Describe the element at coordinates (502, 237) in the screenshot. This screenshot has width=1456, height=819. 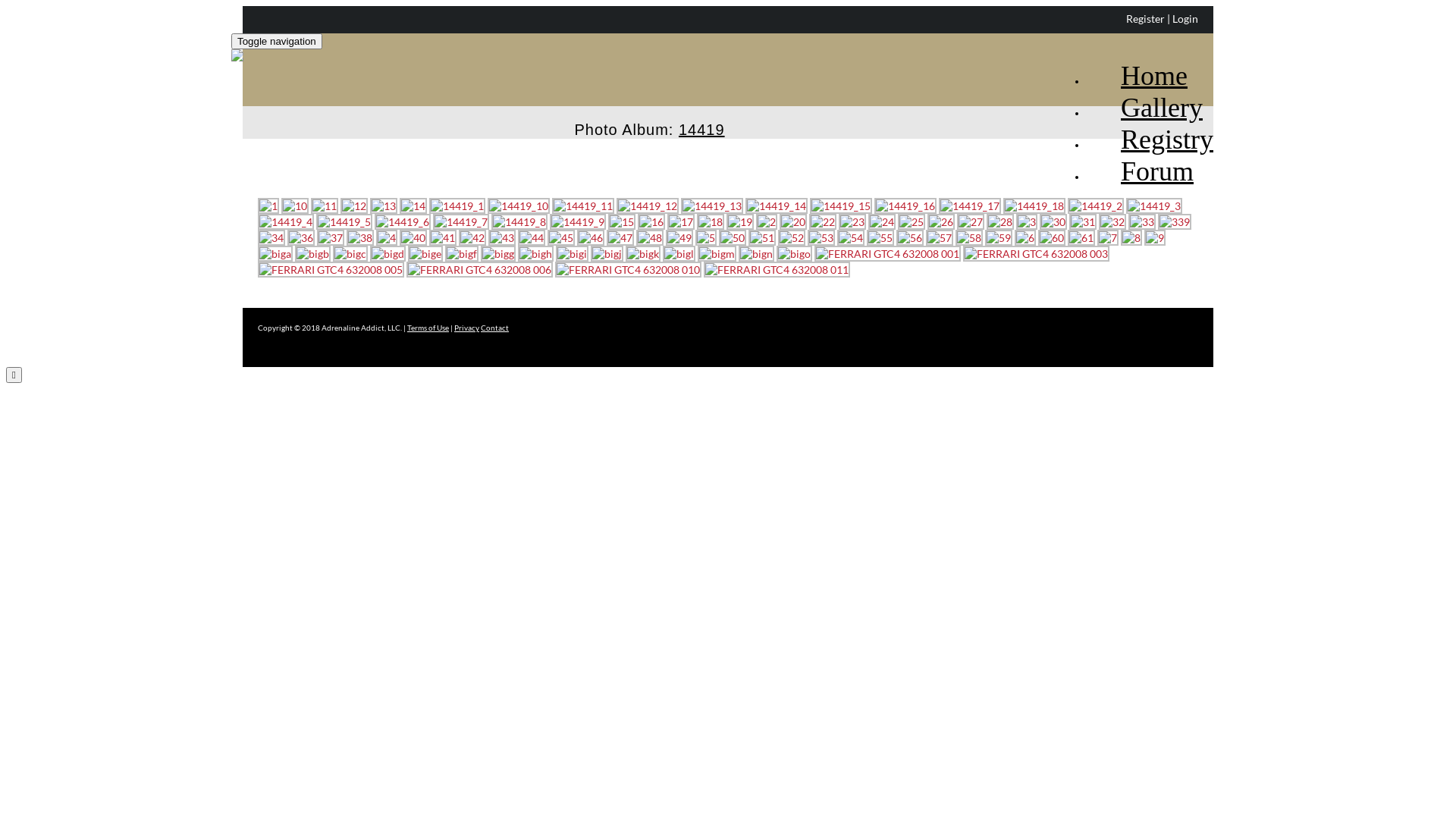
I see `'43 (click to enlarge)'` at that location.